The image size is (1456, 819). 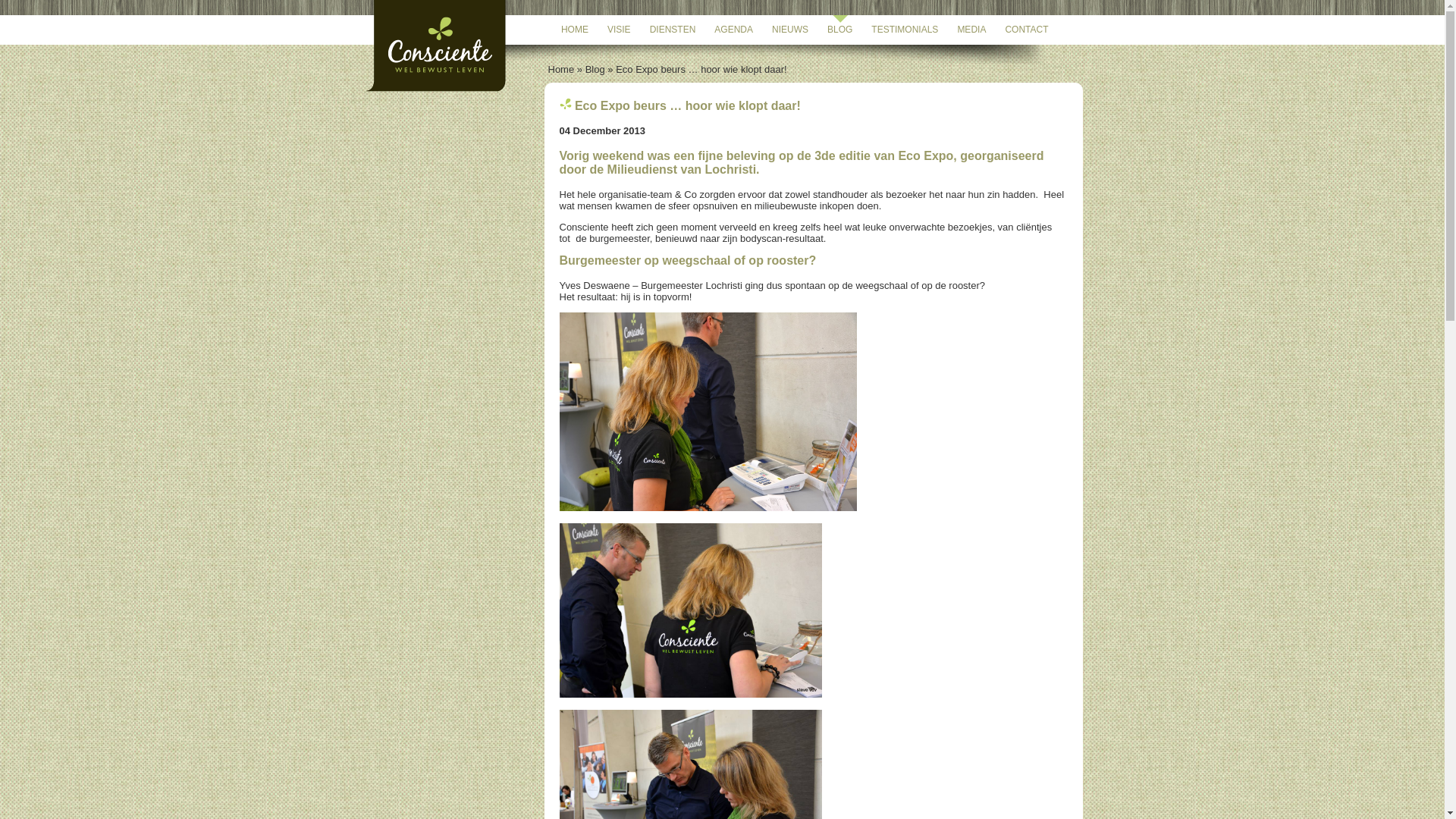 What do you see at coordinates (789, 30) in the screenshot?
I see `'NIEUWS'` at bounding box center [789, 30].